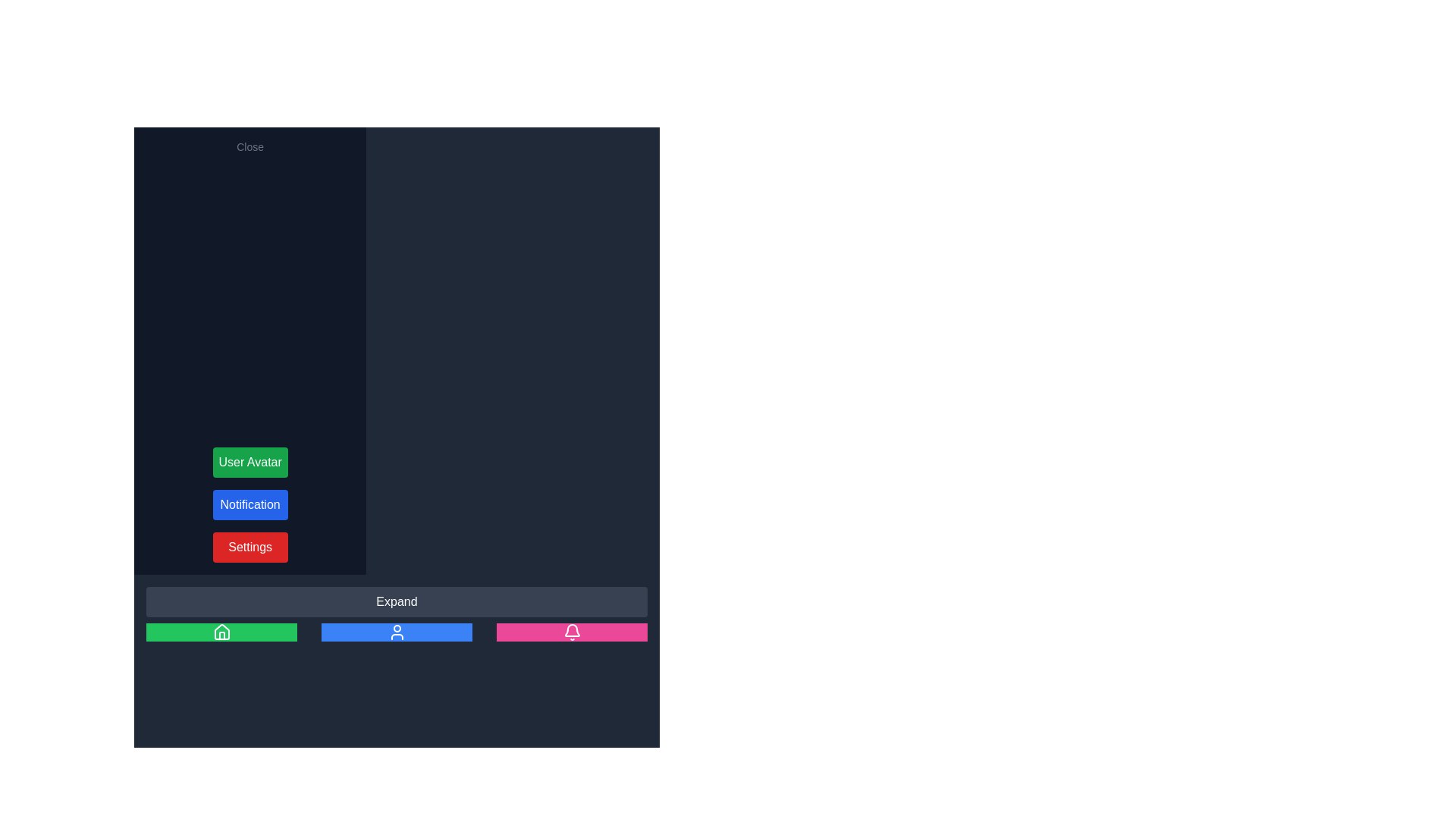 This screenshot has width=1456, height=819. Describe the element at coordinates (250, 146) in the screenshot. I see `the 'Close' button, a small gray text label located at the top of the interface` at that location.